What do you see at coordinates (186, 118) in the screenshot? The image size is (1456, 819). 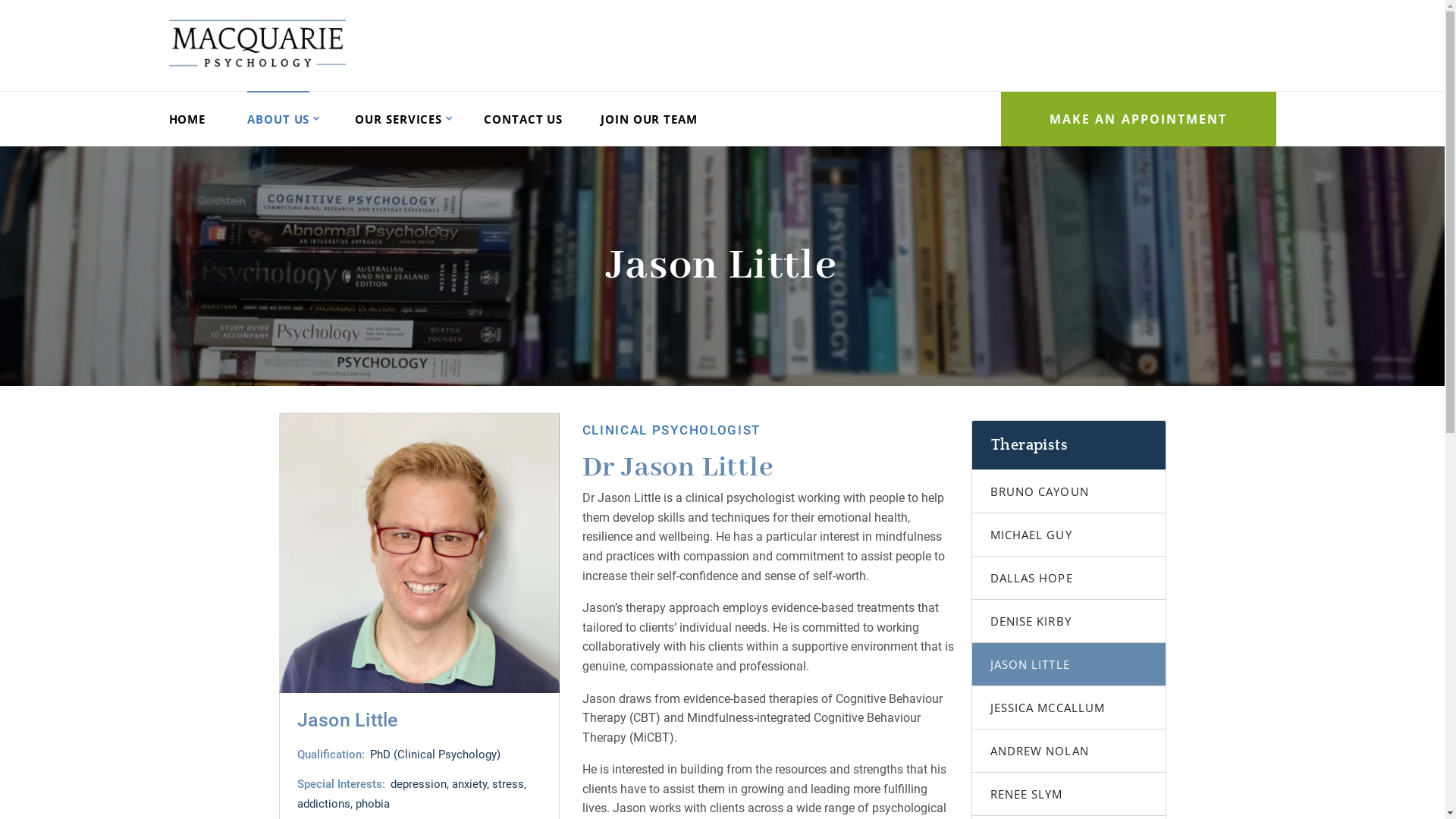 I see `'HOME'` at bounding box center [186, 118].